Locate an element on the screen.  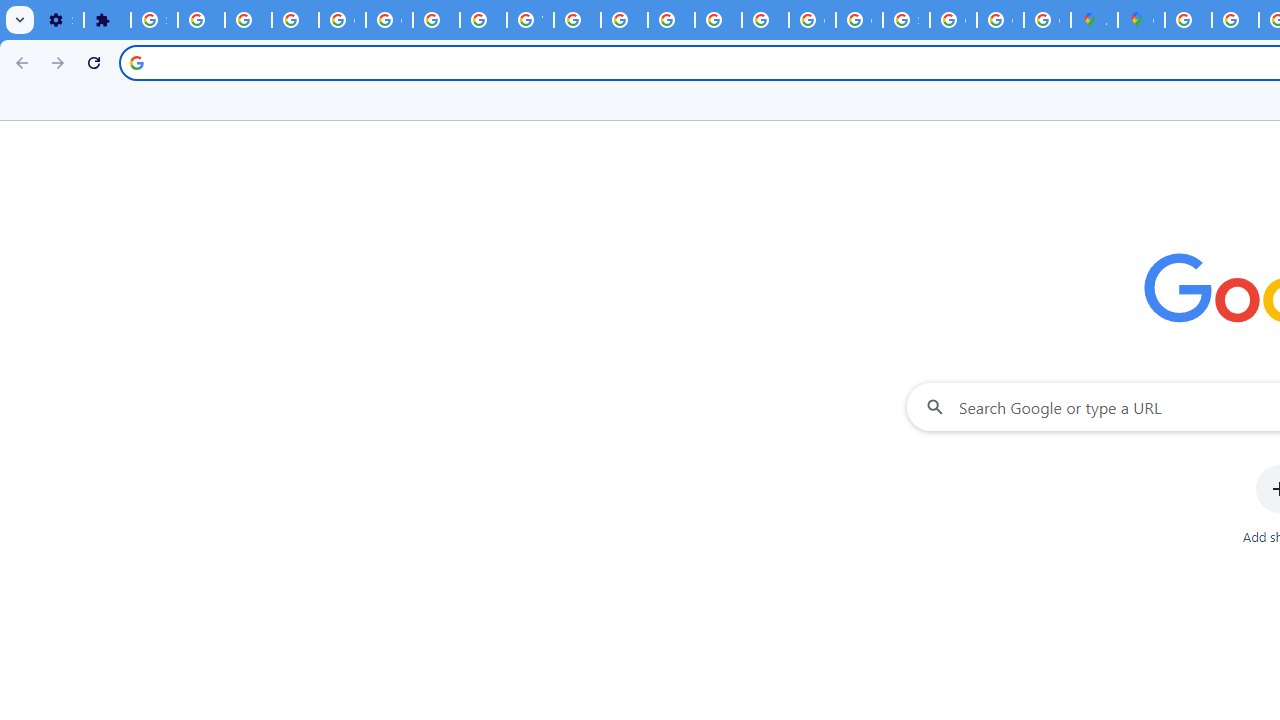
'Delete photos & videos - Computer - Google Photos Help' is located at coordinates (201, 20).